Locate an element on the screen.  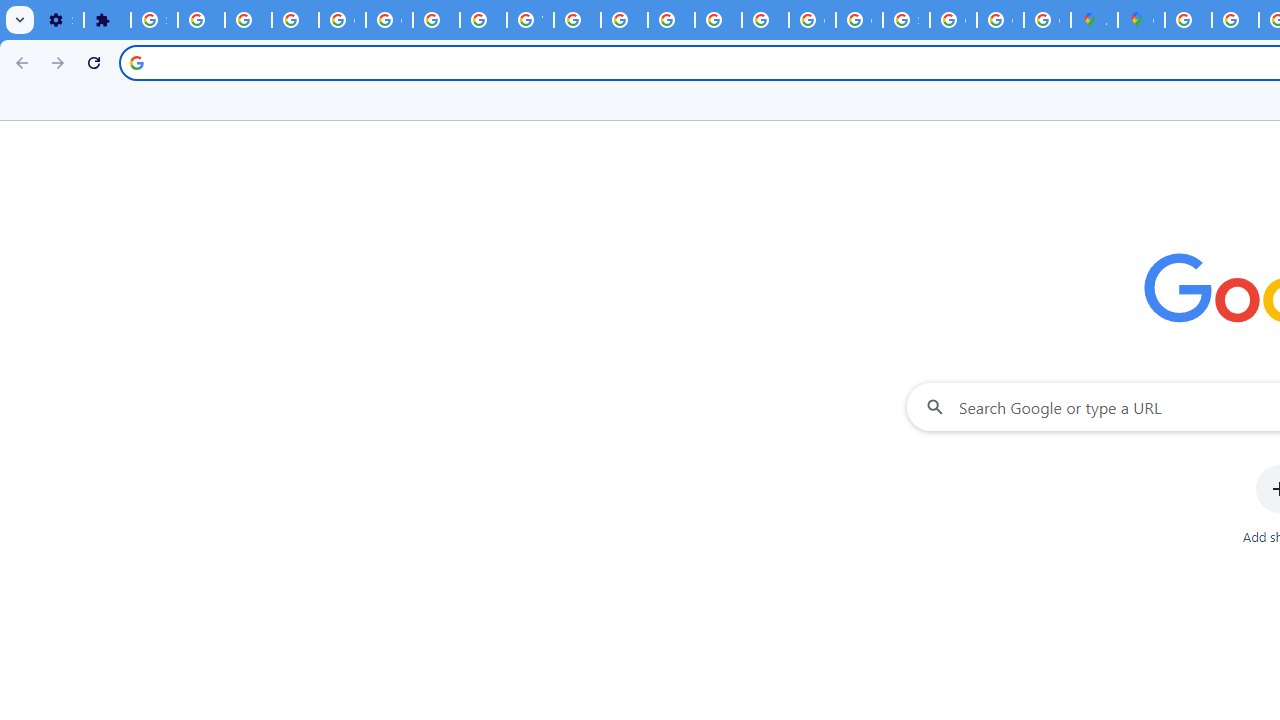
'Delete photos & videos - Computer - Google Photos Help' is located at coordinates (201, 20).